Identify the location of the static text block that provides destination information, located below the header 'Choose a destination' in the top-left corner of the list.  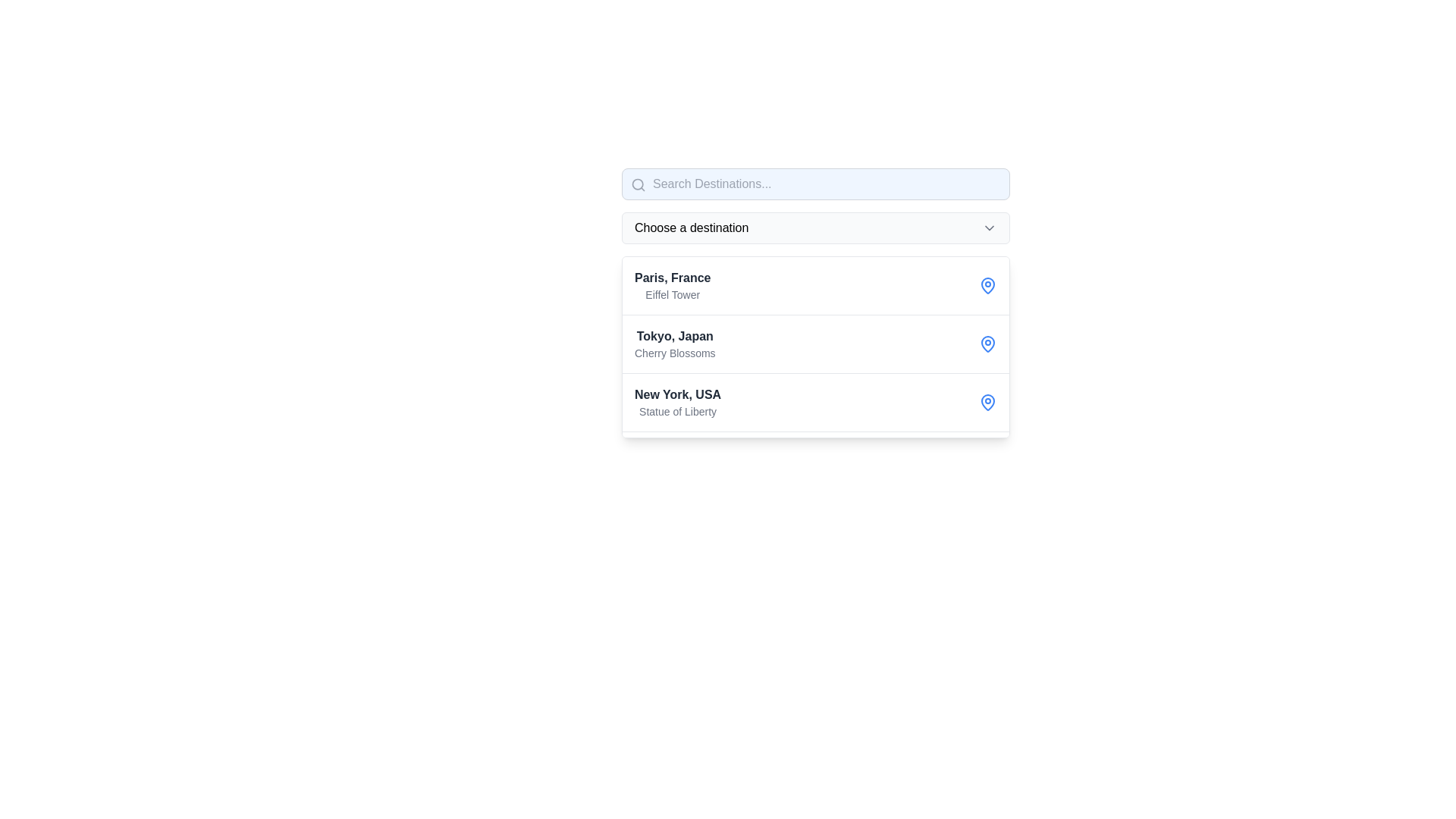
(672, 286).